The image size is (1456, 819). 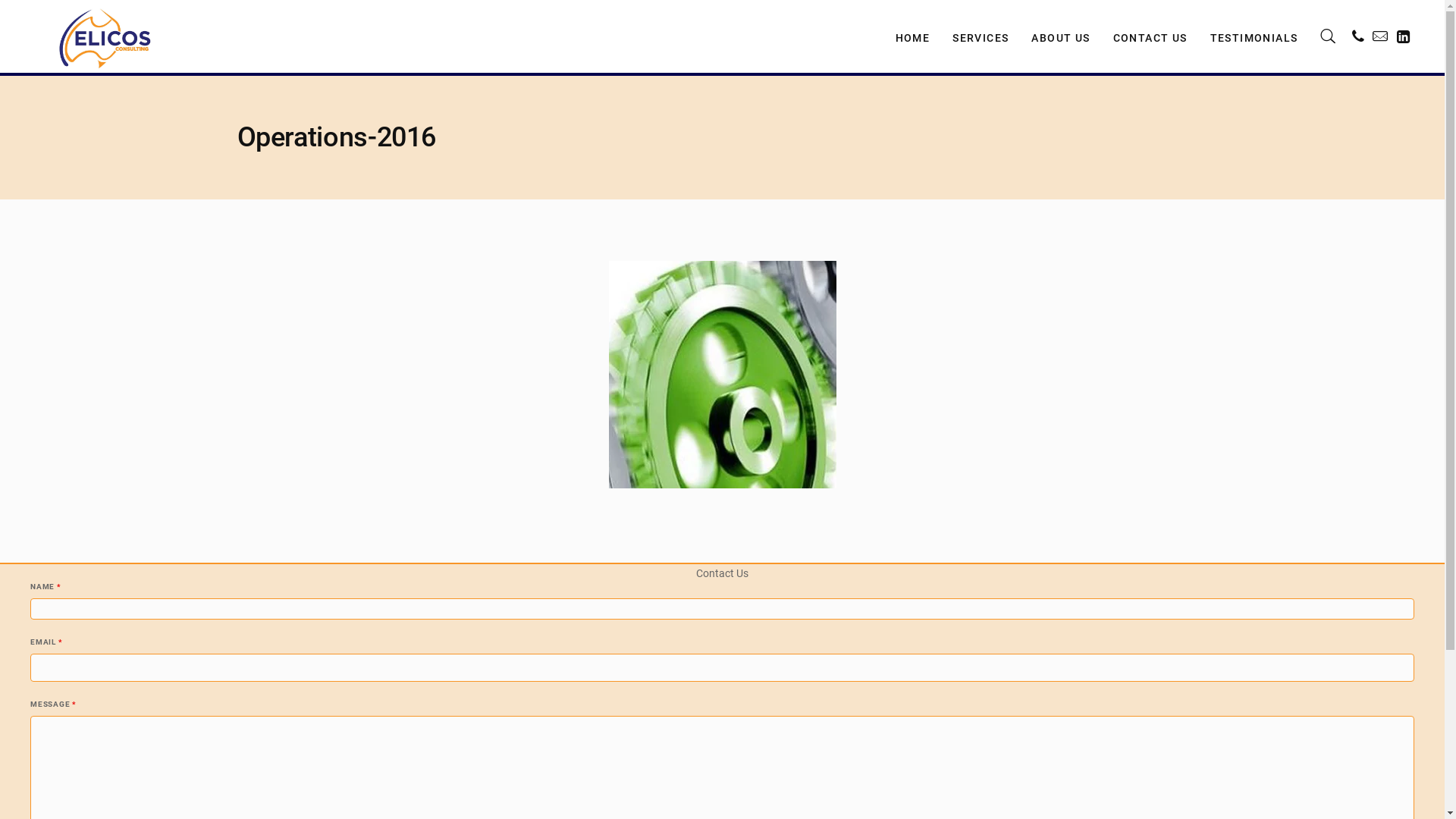 What do you see at coordinates (1150, 35) in the screenshot?
I see `'CONTACT US'` at bounding box center [1150, 35].